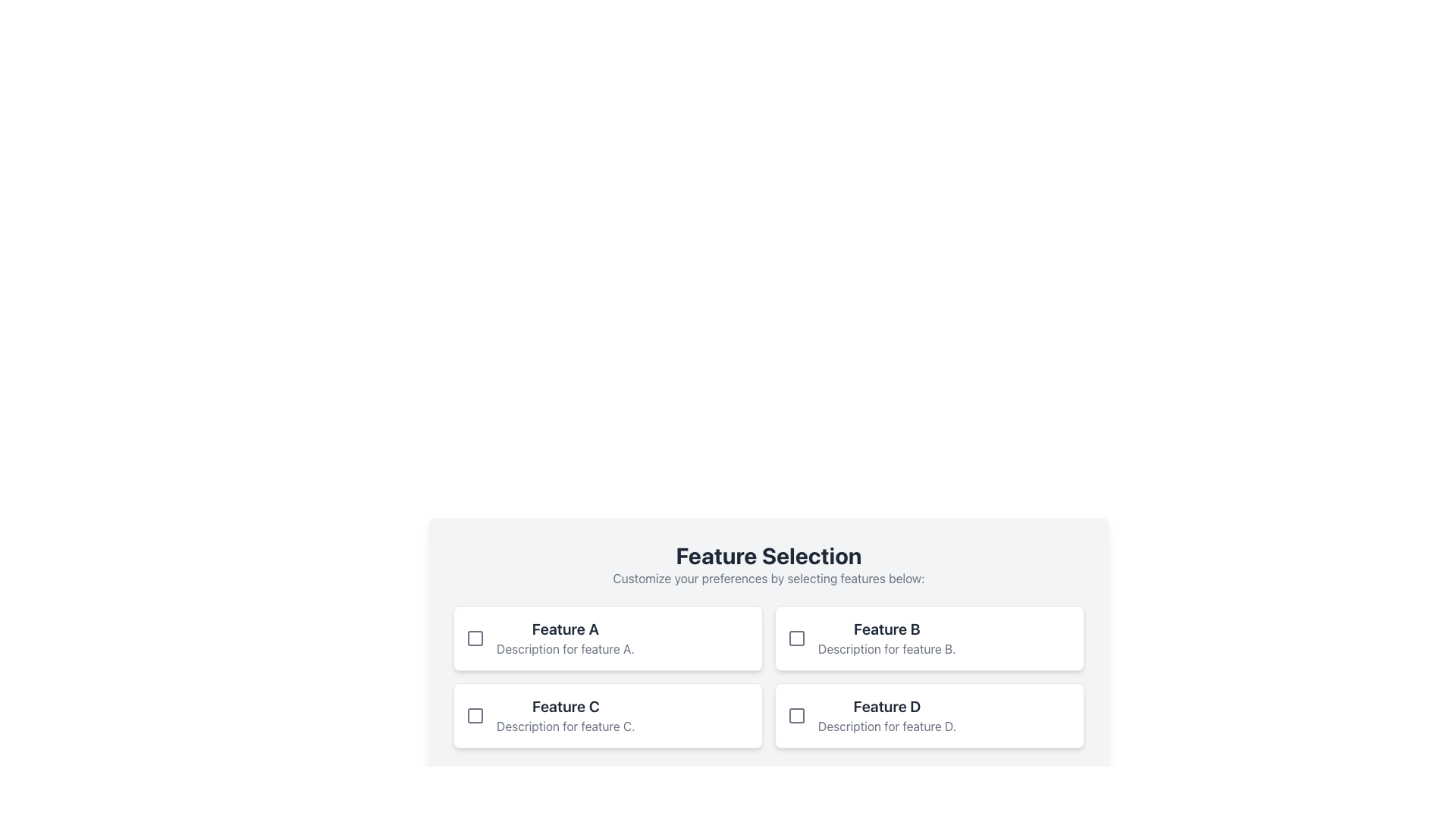 This screenshot has height=819, width=1456. What do you see at coordinates (796, 716) in the screenshot?
I see `the checkbox located` at bounding box center [796, 716].